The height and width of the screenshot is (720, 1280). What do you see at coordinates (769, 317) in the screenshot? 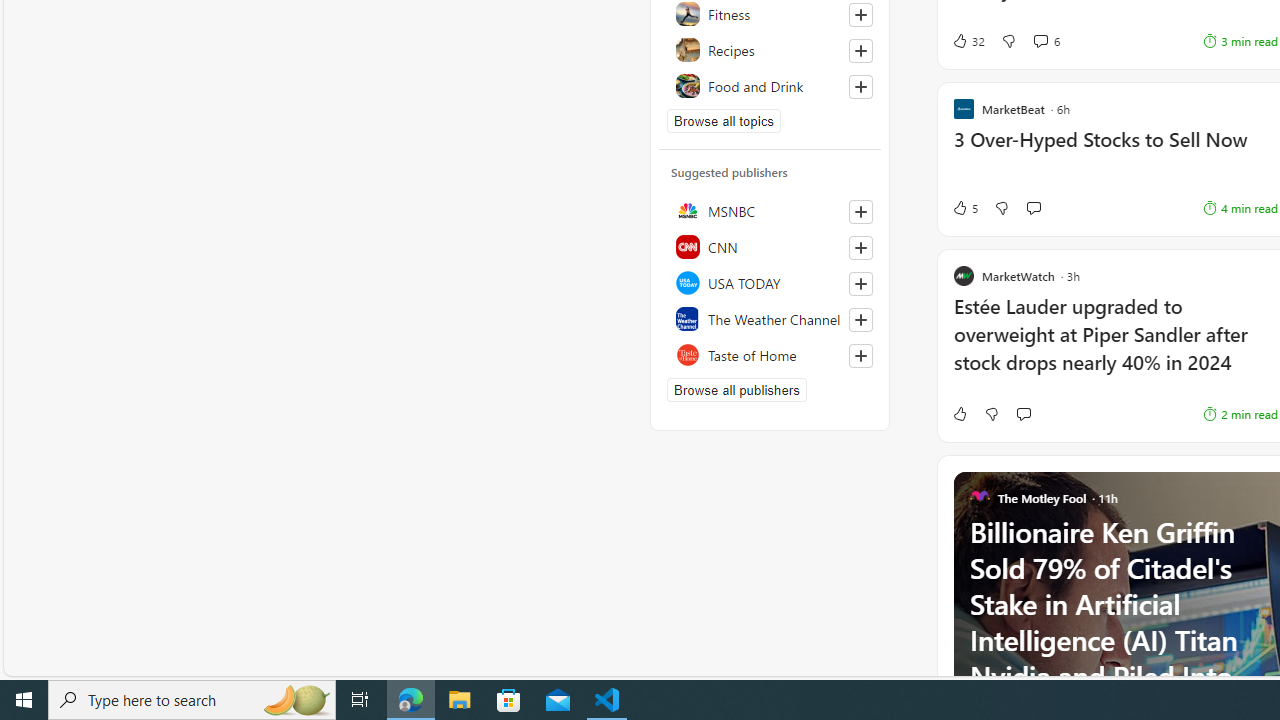
I see `'The Weather Channel'` at bounding box center [769, 317].